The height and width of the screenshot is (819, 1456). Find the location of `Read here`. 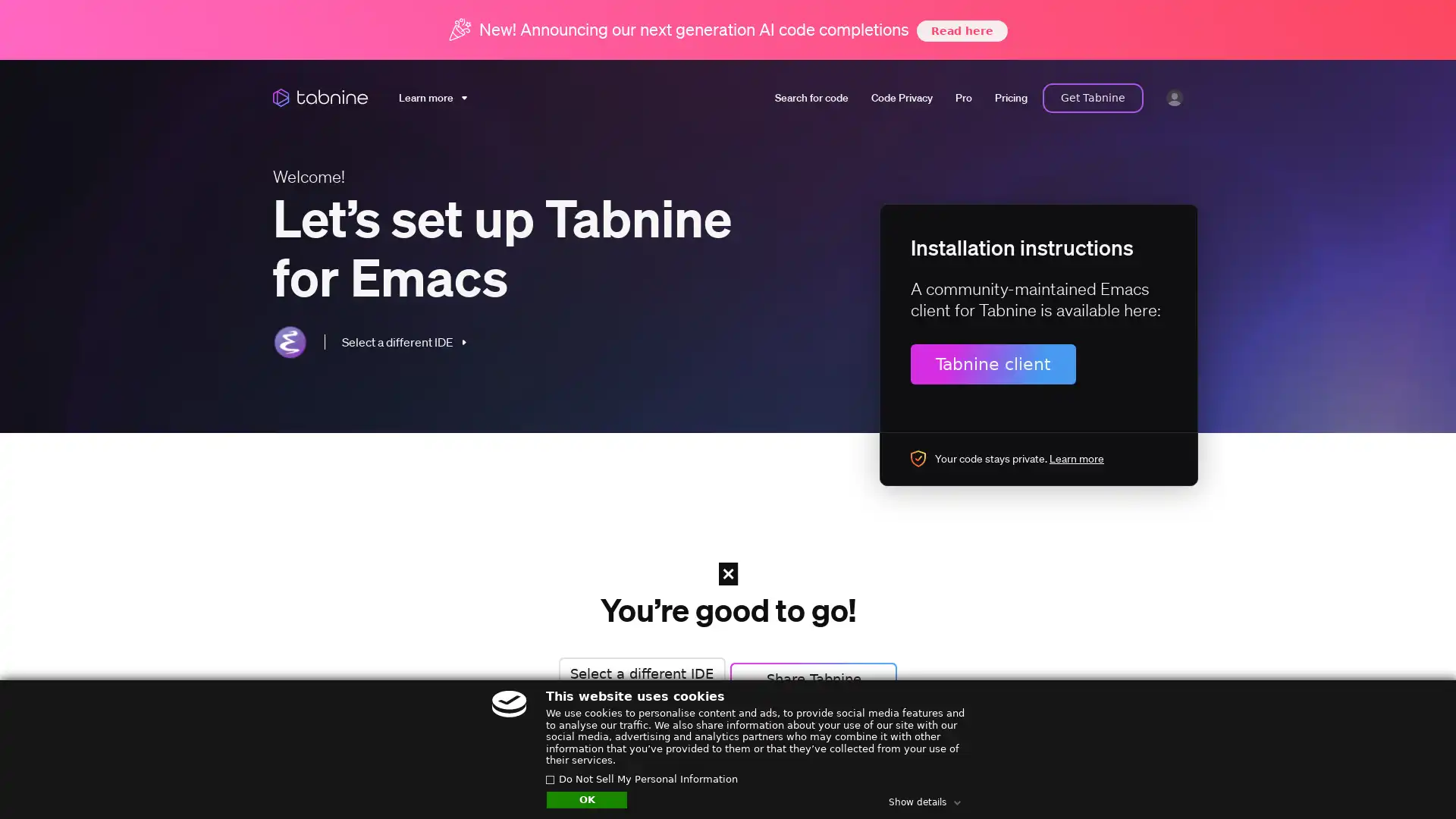

Read here is located at coordinates (960, 30).